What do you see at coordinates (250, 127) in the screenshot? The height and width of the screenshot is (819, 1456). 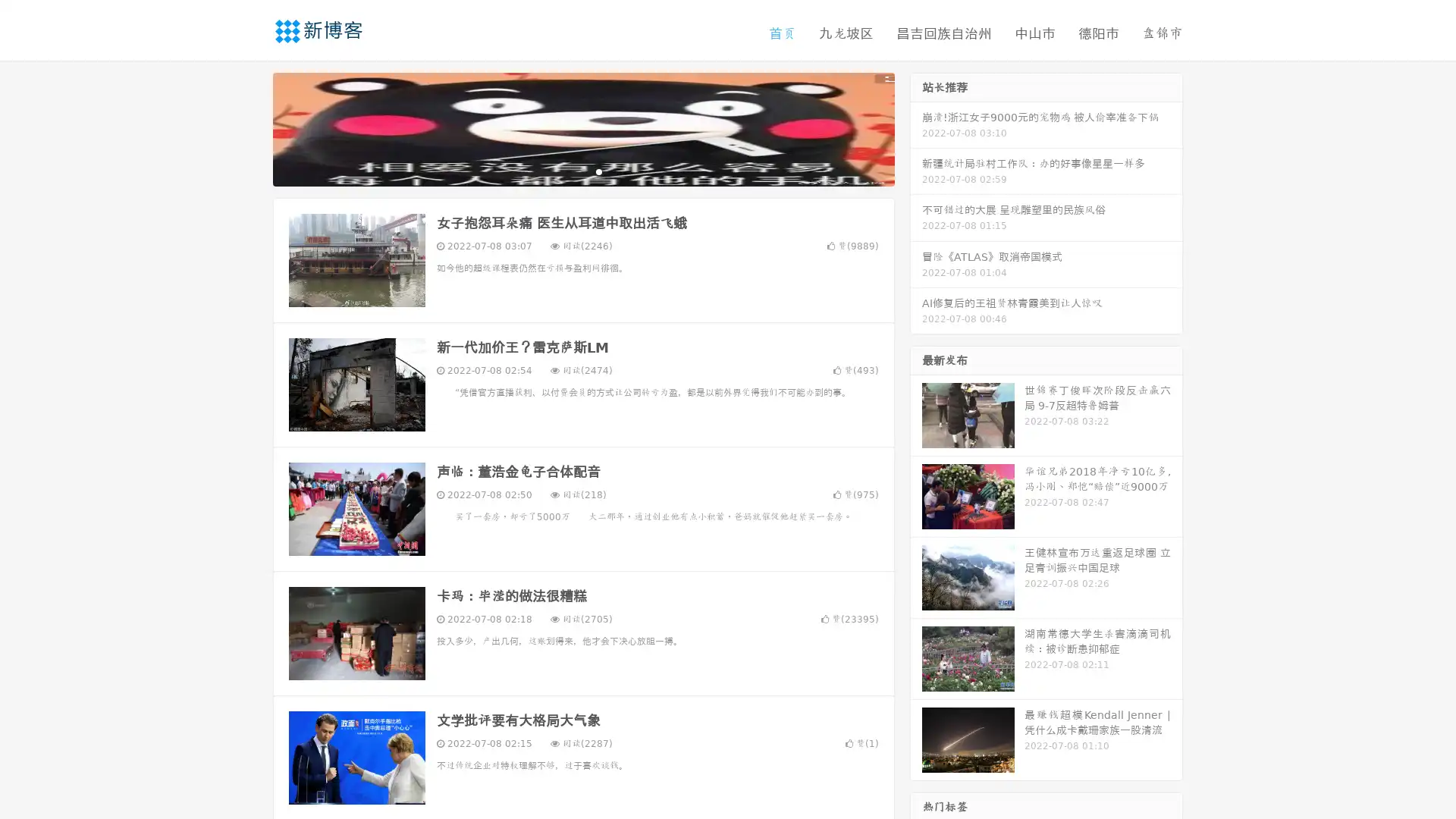 I see `Previous slide` at bounding box center [250, 127].